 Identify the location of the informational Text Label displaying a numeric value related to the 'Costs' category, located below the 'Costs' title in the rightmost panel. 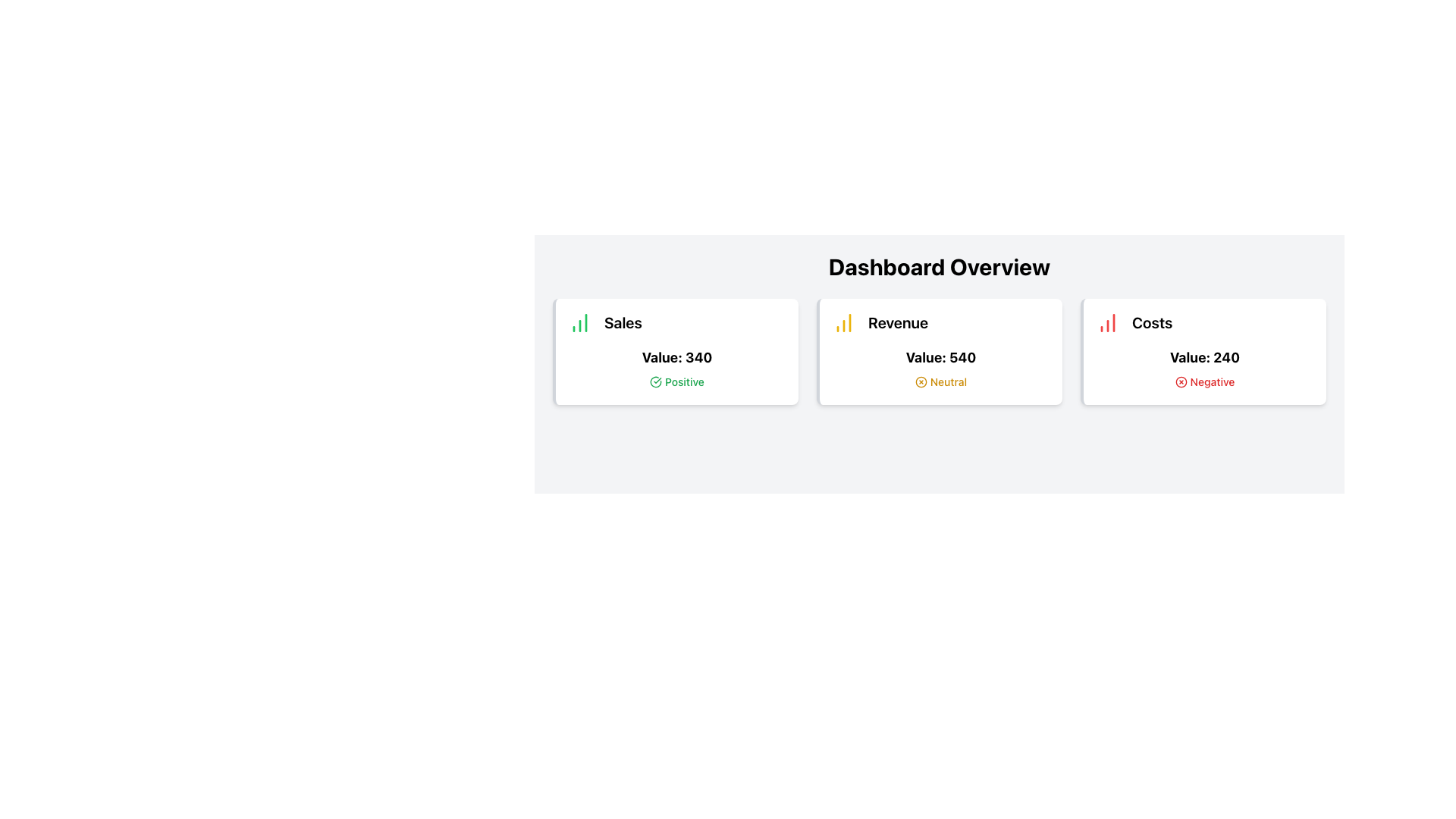
(1203, 357).